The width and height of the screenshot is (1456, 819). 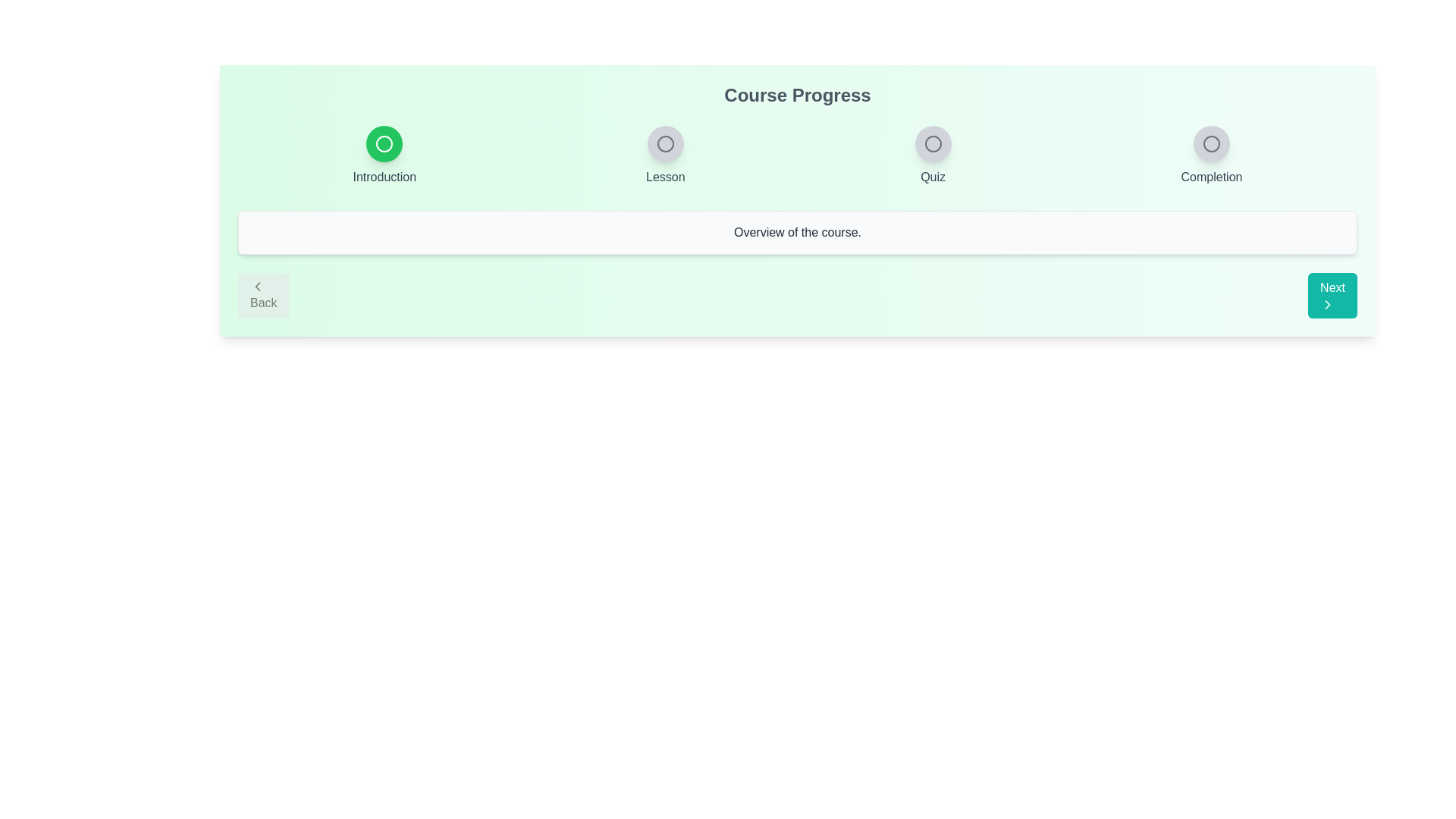 What do you see at coordinates (1332, 295) in the screenshot?
I see `'Next' button to go to the next step` at bounding box center [1332, 295].